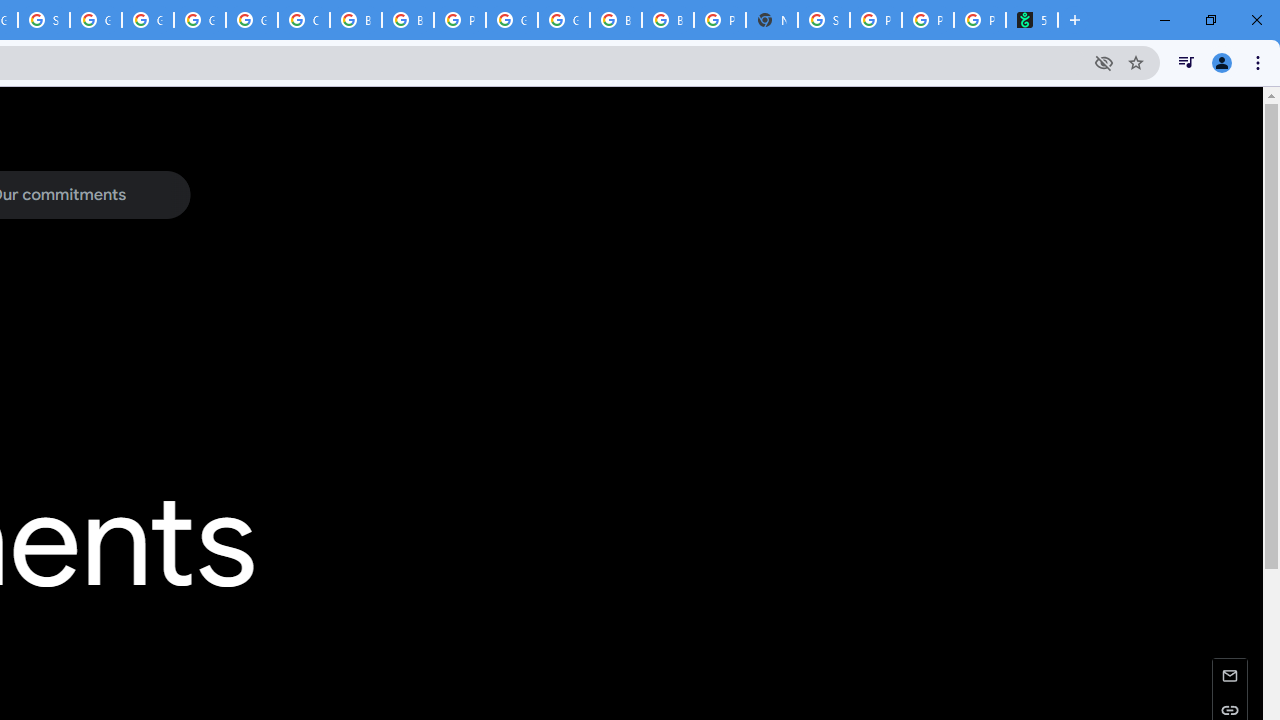 The image size is (1280, 720). I want to click on 'New Tab', so click(770, 20).